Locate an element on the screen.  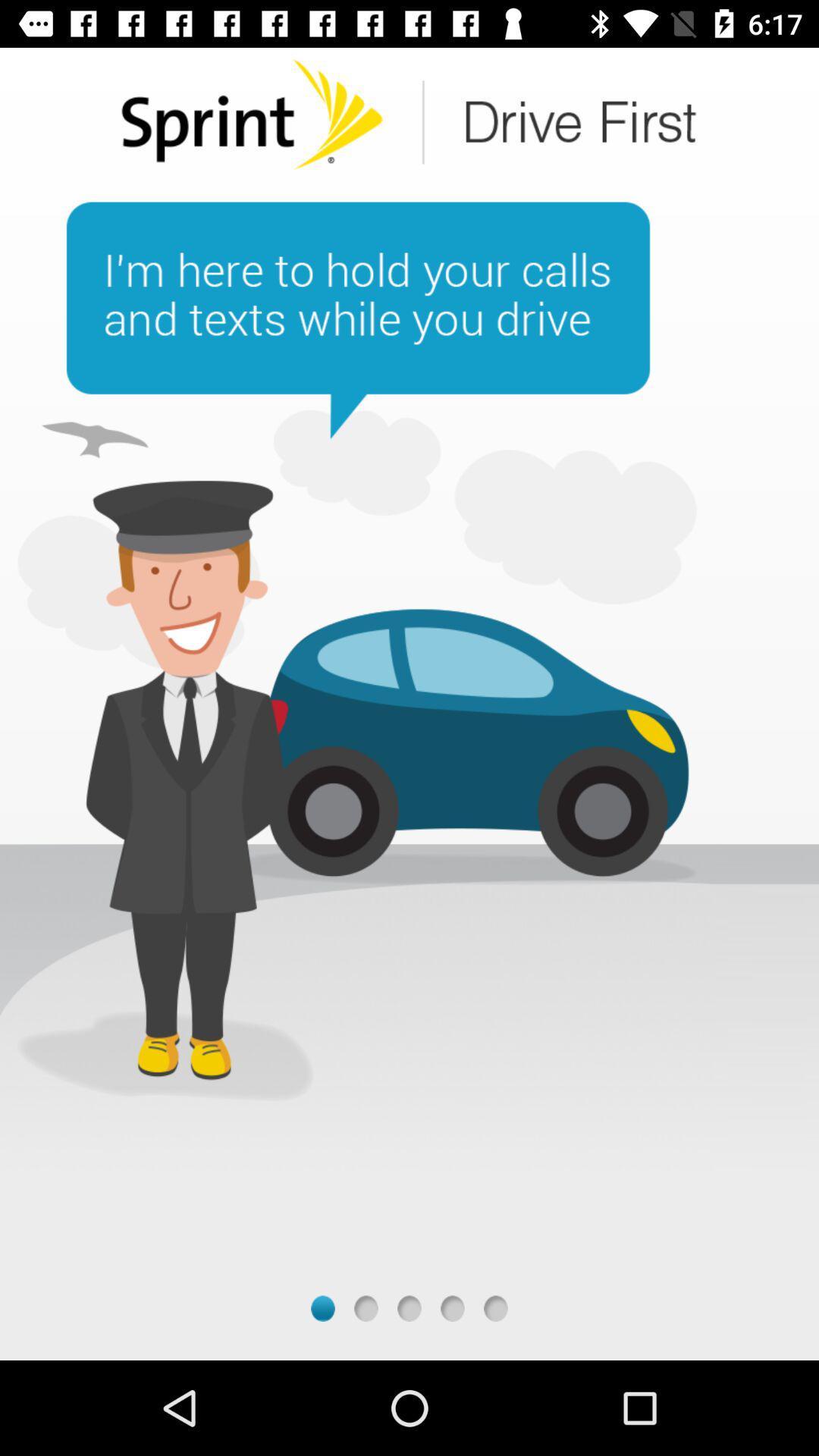
first page is located at coordinates (322, 1307).